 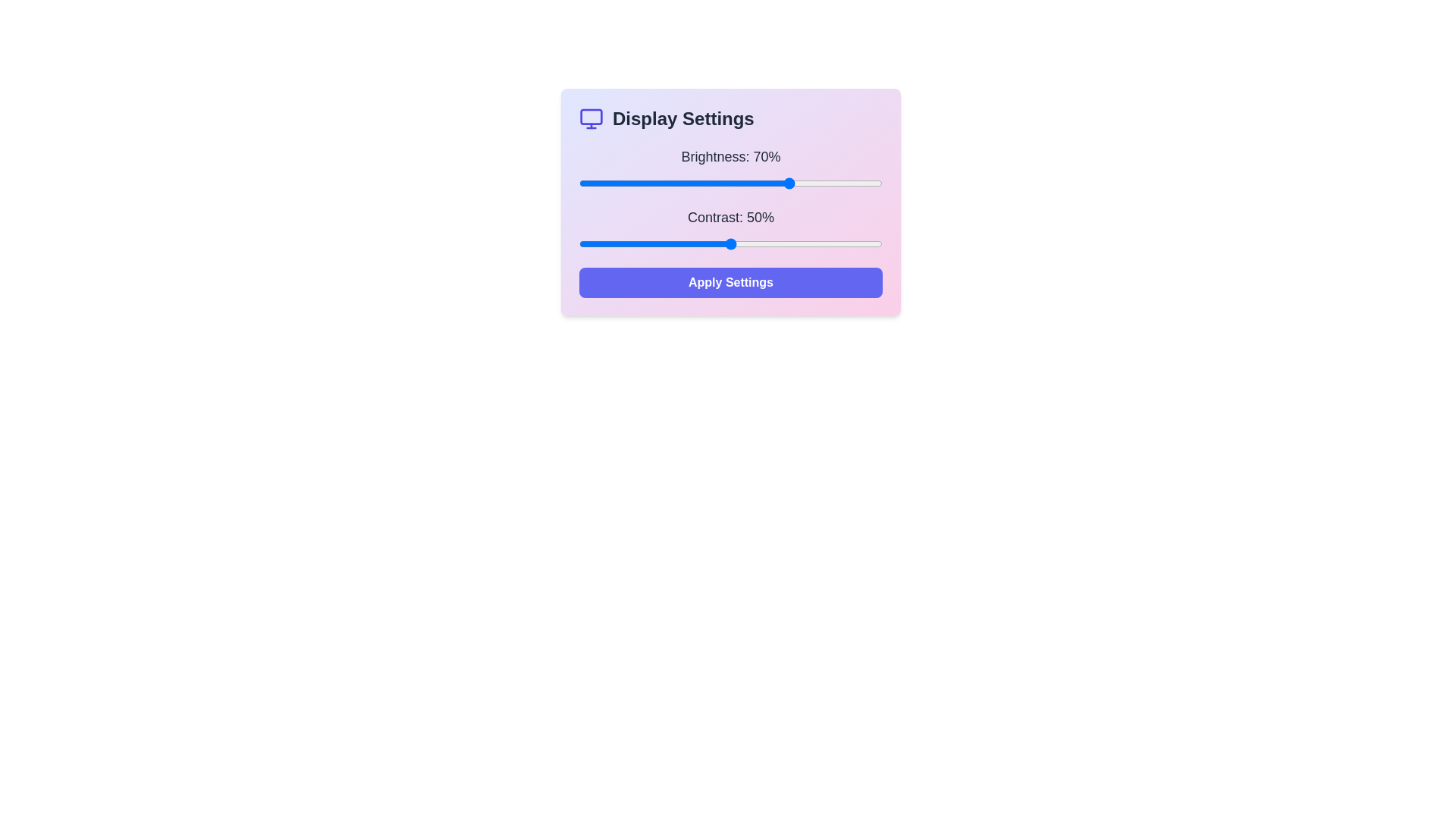 What do you see at coordinates (786, 243) in the screenshot?
I see `the contrast slider to 68%` at bounding box center [786, 243].